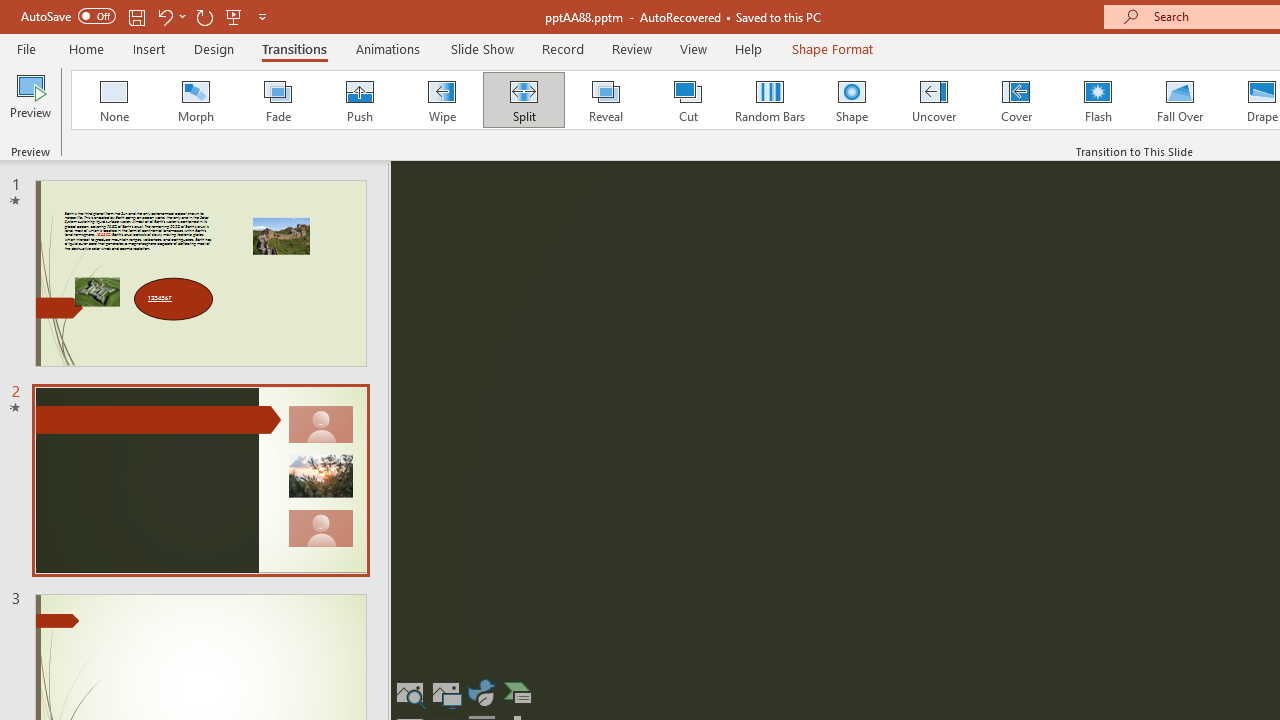 Image resolution: width=1280 pixels, height=720 pixels. I want to click on 'Pictures', so click(445, 692).